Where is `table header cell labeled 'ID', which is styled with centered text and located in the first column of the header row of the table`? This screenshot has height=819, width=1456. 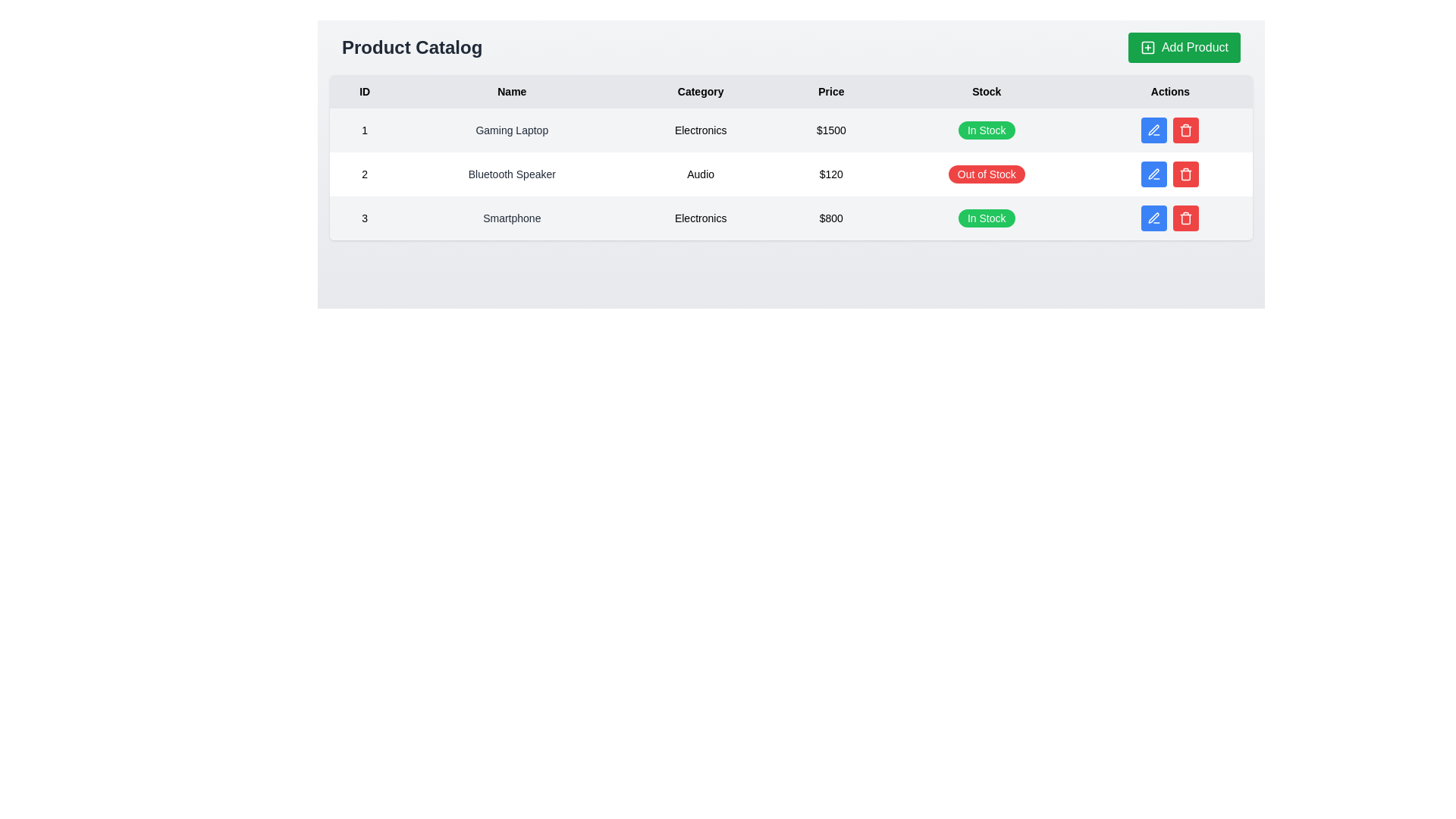 table header cell labeled 'ID', which is styled with centered text and located in the first column of the header row of the table is located at coordinates (365, 91).